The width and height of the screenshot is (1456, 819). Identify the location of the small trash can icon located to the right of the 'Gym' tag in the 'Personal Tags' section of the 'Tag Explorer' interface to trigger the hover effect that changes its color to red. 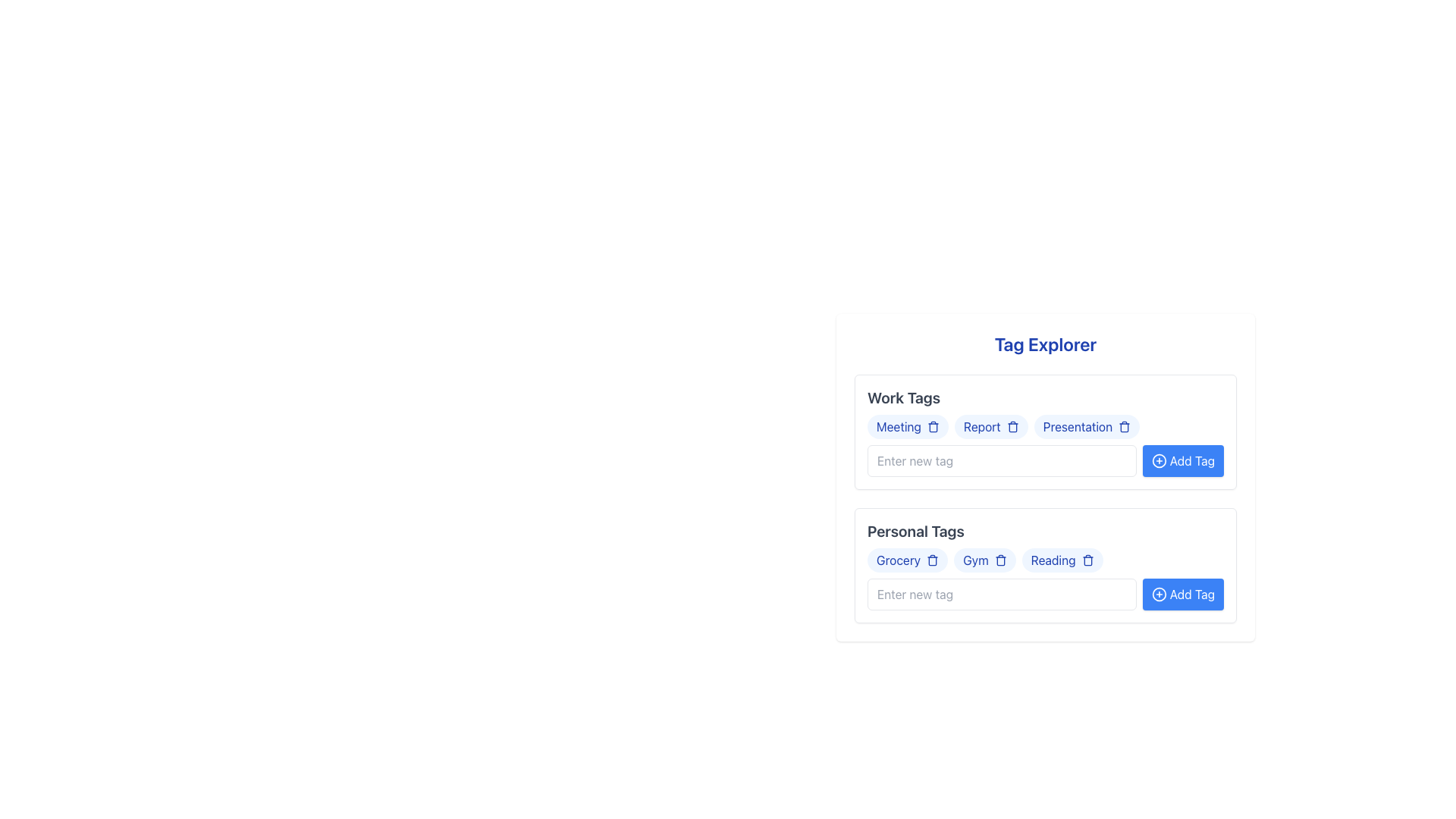
(1000, 560).